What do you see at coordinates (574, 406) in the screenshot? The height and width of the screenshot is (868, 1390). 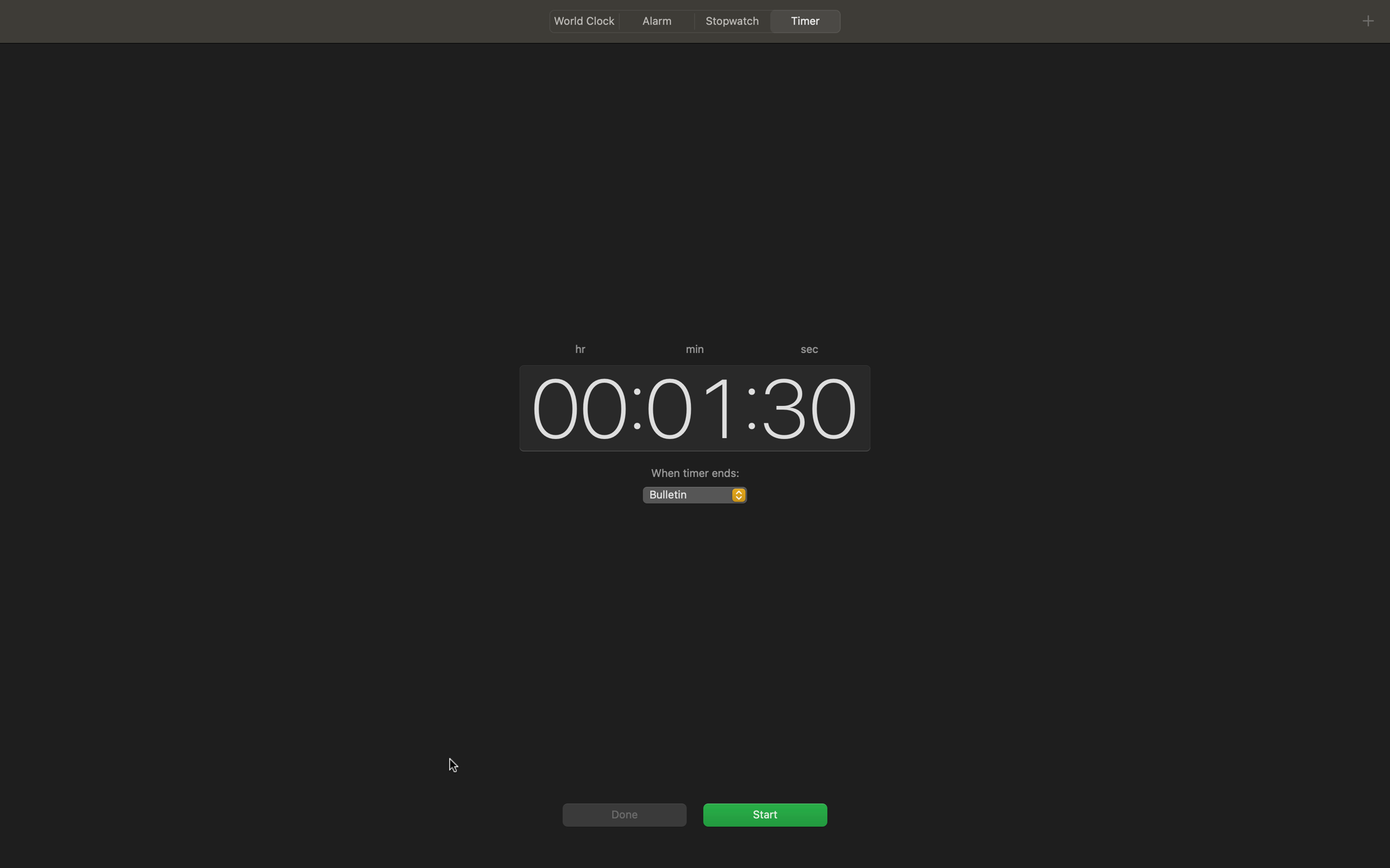 I see `the hour component of time to 00` at bounding box center [574, 406].